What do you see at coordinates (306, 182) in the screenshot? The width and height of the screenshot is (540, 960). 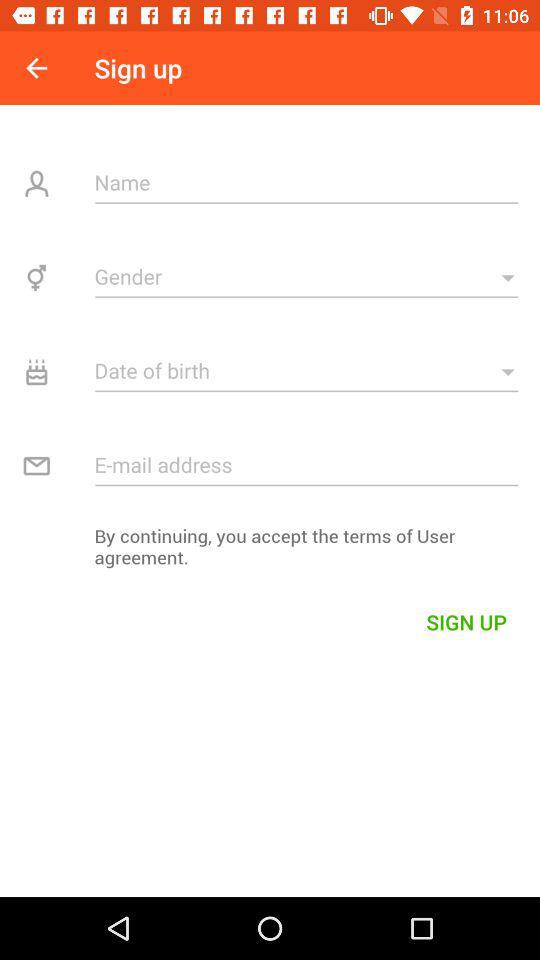 I see `insert name` at bounding box center [306, 182].